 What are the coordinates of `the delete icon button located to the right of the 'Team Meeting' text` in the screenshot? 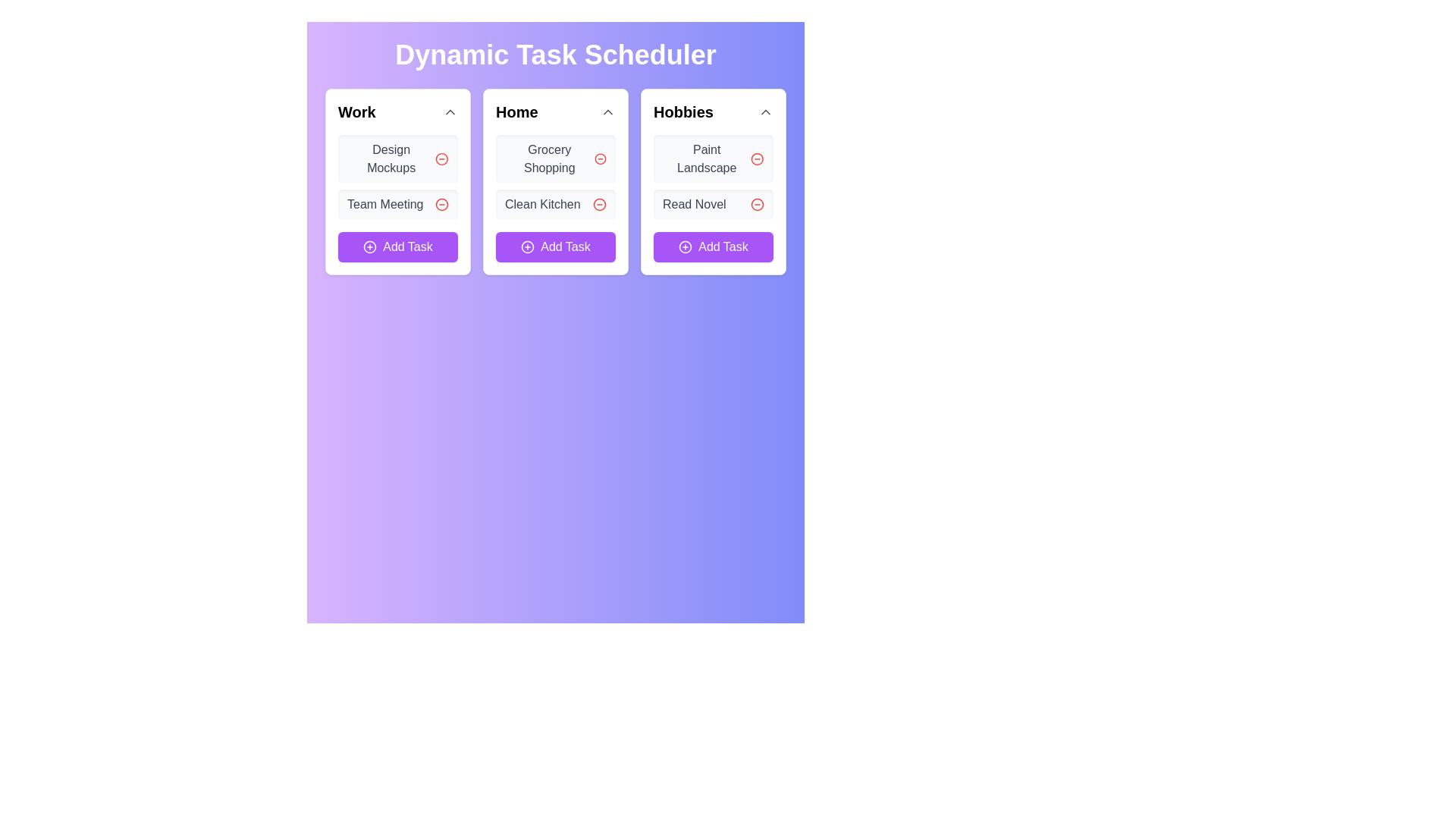 It's located at (441, 205).